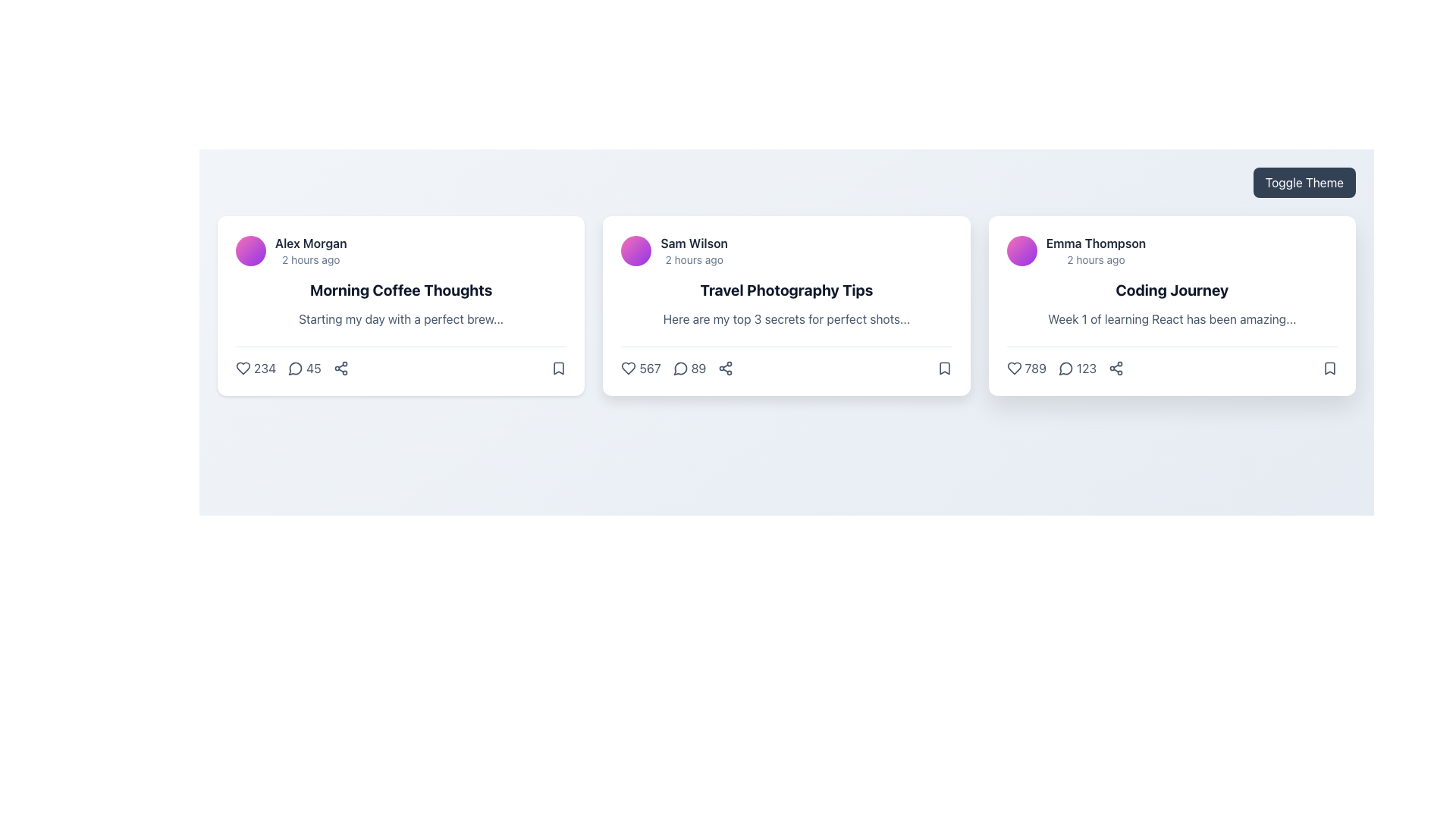 The height and width of the screenshot is (819, 1456). What do you see at coordinates (693, 259) in the screenshot?
I see `the text label displaying '2 hours ago' located below 'Sam Wilson' in the second column of the card for 'Sam Wilson'` at bounding box center [693, 259].